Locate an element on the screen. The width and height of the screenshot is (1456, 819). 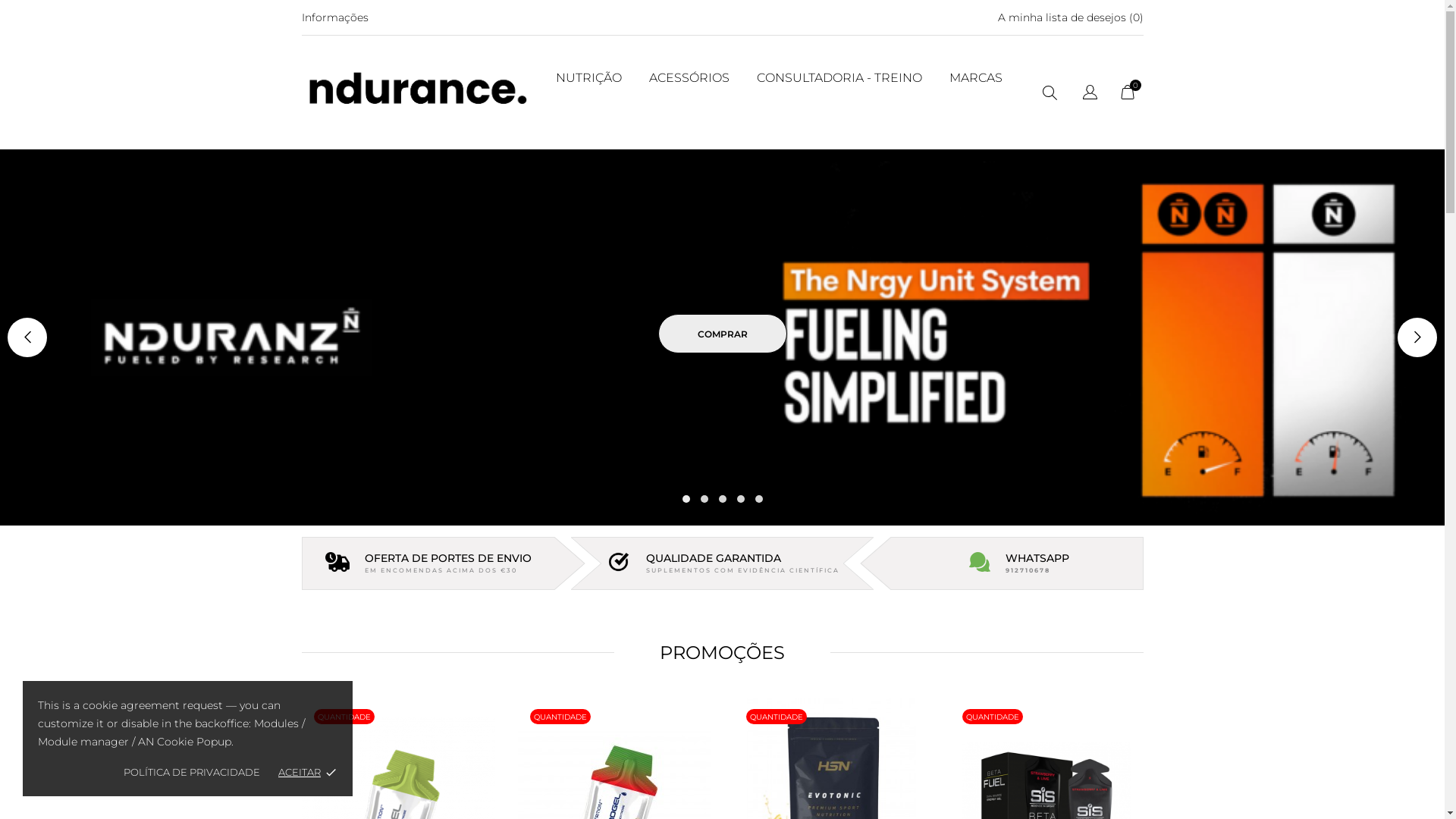
'COMPRAR' is located at coordinates (722, 332).